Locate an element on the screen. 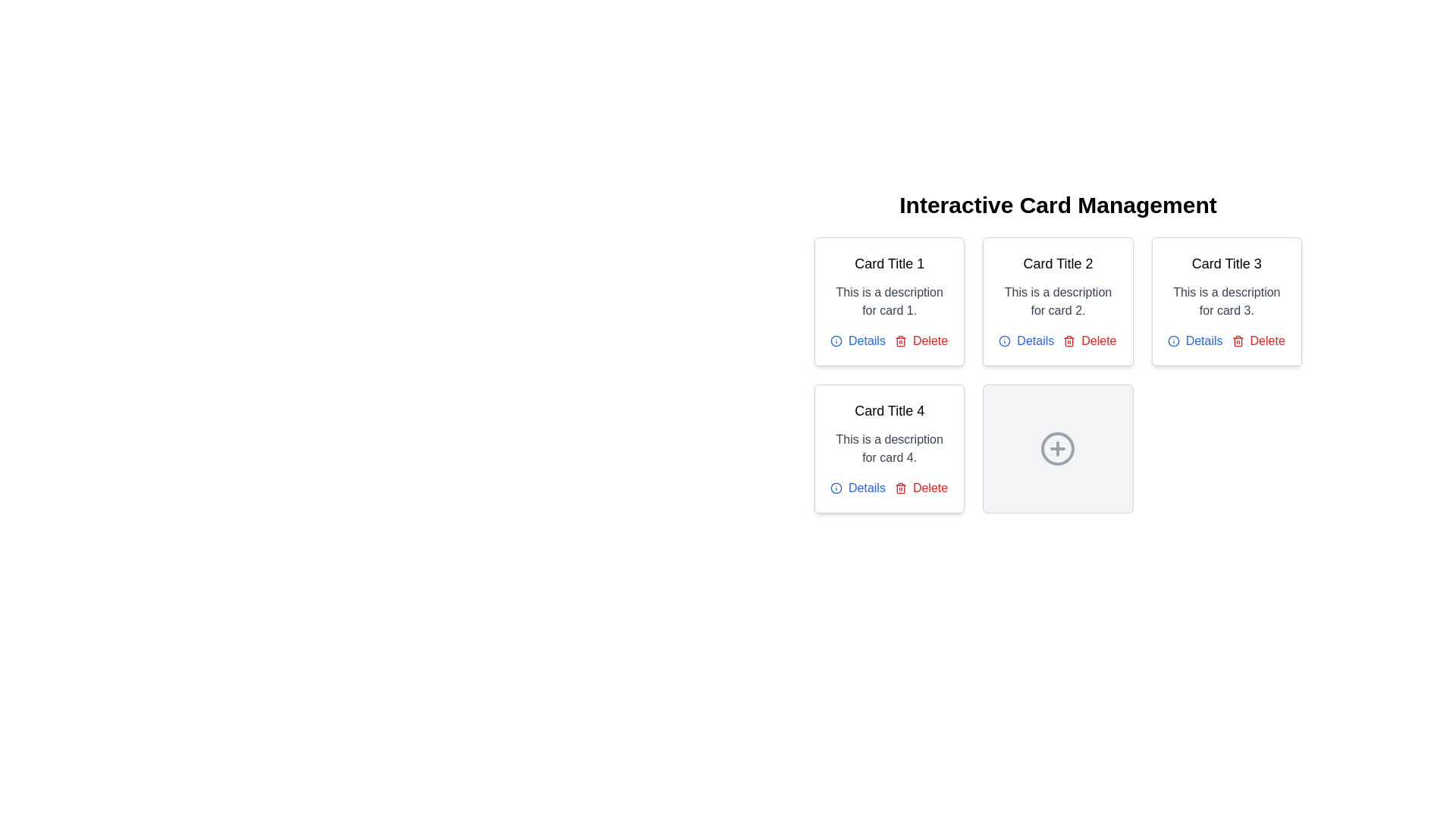 This screenshot has width=1456, height=819. the trash can icon, which is styled in red and positioned next to the 'Delete' text label in the 'Delete' button of 'Card Title 1' is located at coordinates (900, 341).